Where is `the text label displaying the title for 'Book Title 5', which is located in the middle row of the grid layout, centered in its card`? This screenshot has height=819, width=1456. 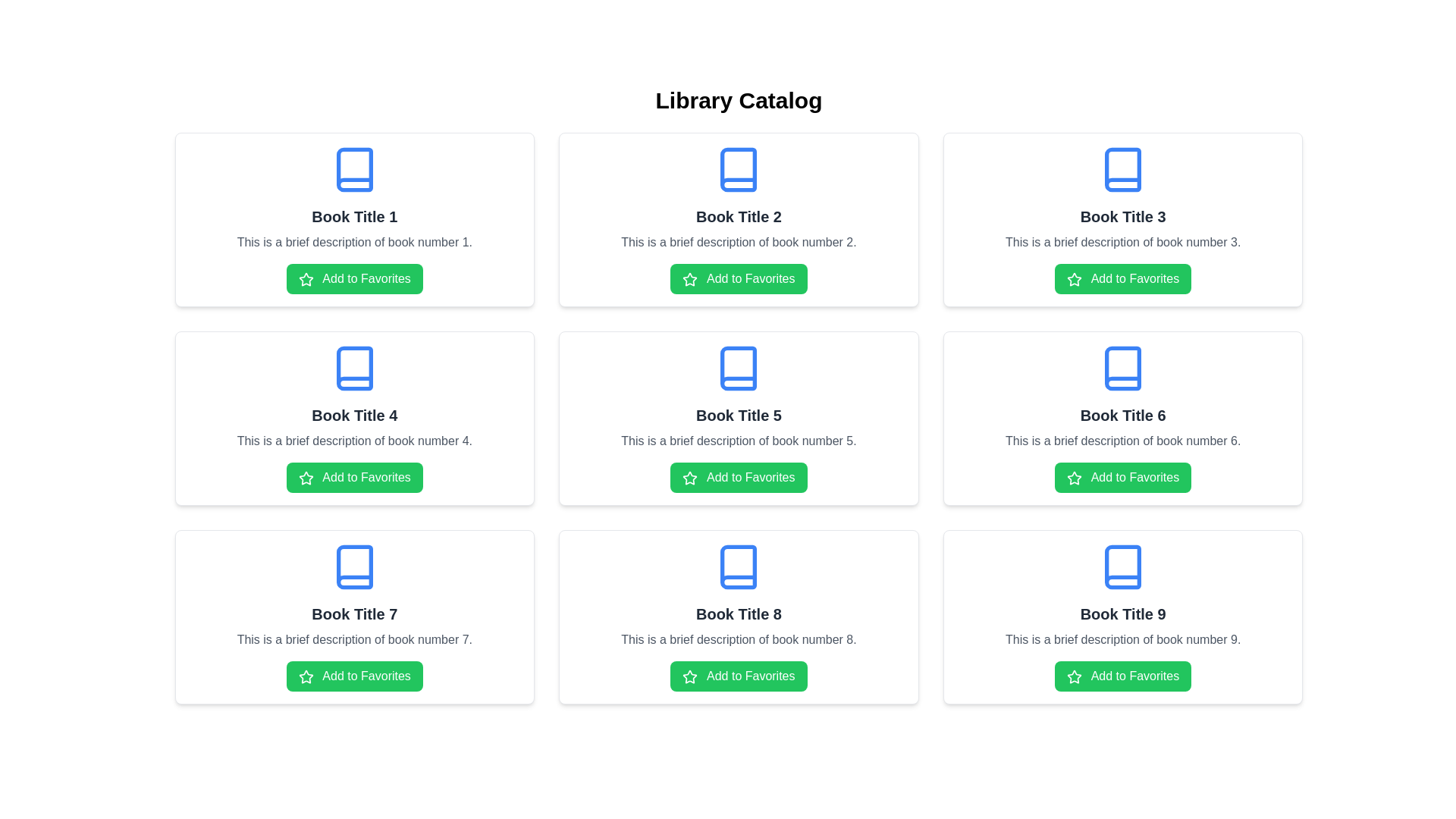 the text label displaying the title for 'Book Title 5', which is located in the middle row of the grid layout, centered in its card is located at coordinates (739, 415).